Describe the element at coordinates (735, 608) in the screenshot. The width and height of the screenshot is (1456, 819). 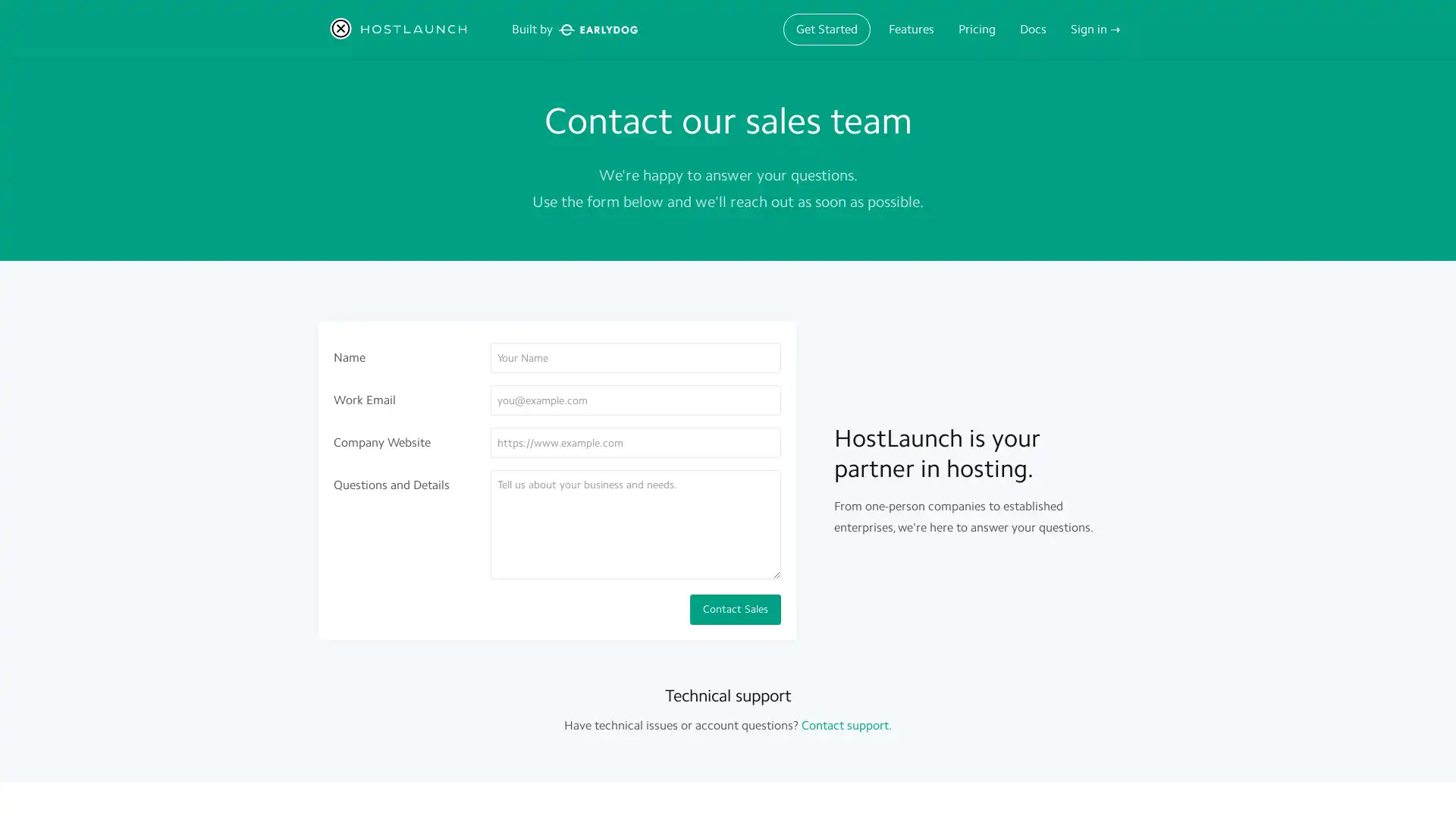
I see `Contact Sales` at that location.